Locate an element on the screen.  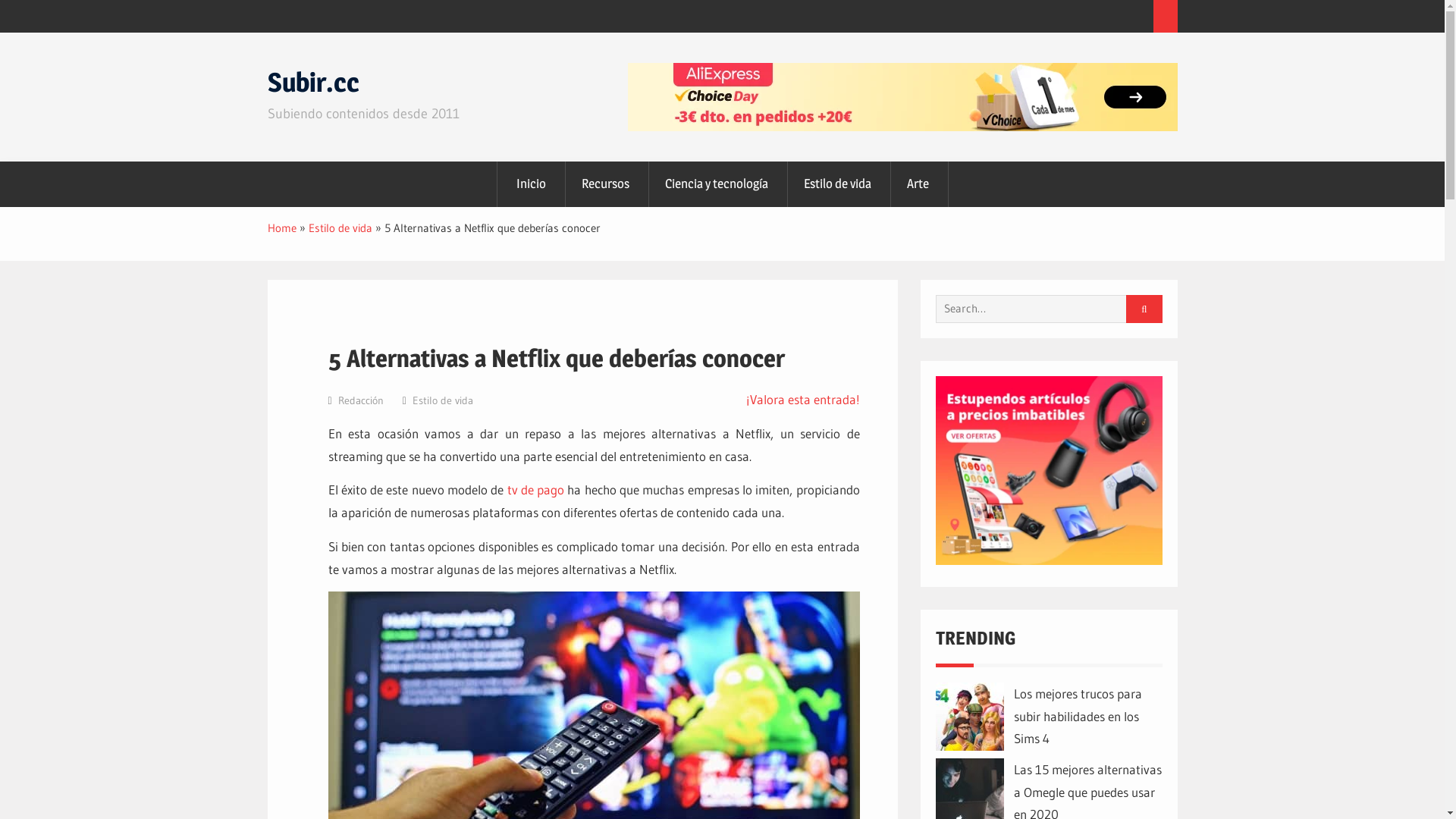
'Los mejores trucos para subir habilidades en los Sims 4' is located at coordinates (1012, 716).